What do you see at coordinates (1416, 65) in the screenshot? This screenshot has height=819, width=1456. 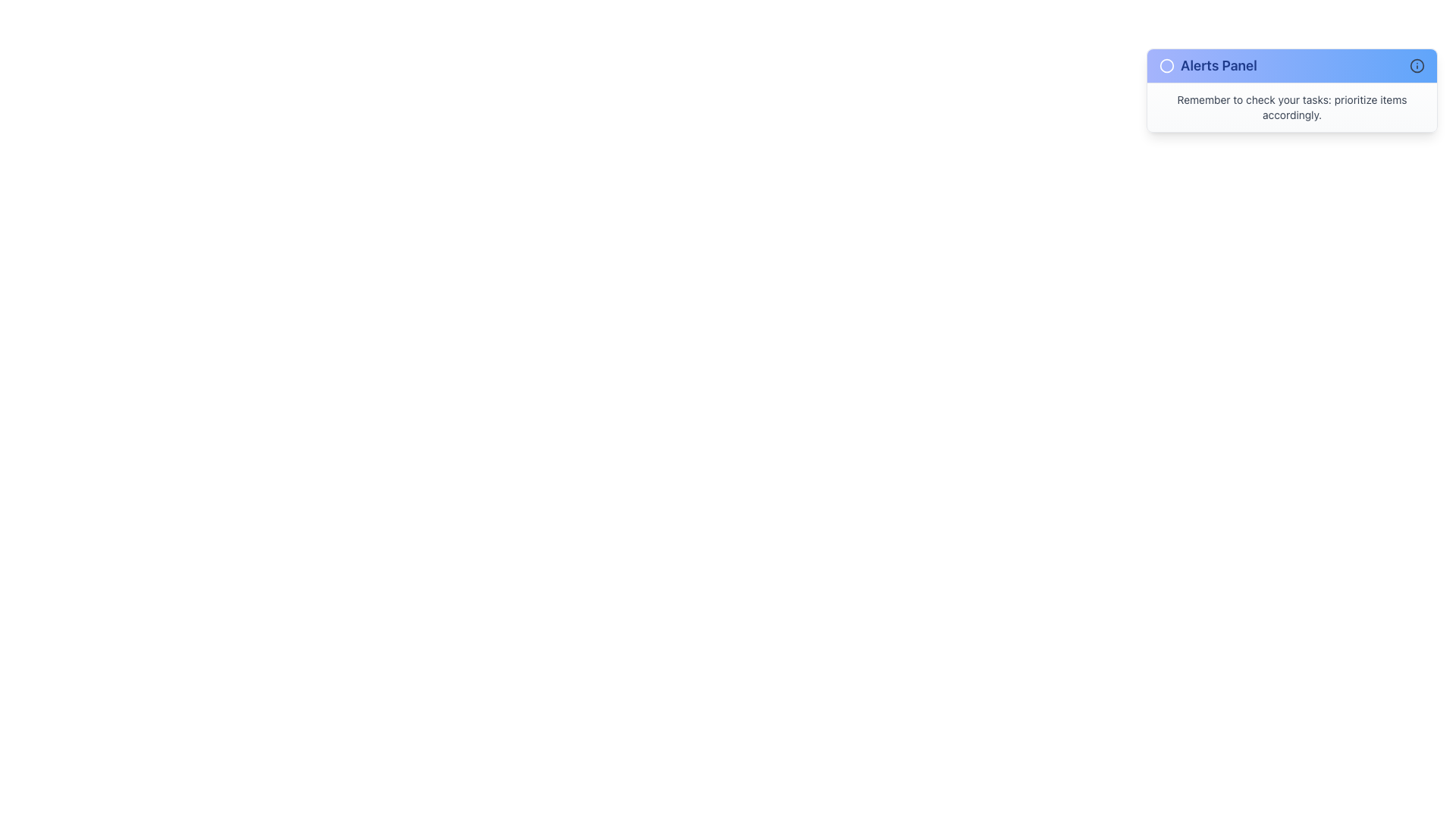 I see `the informational tooltip icon located in the top-right corner of the 'Alerts Panel' header` at bounding box center [1416, 65].